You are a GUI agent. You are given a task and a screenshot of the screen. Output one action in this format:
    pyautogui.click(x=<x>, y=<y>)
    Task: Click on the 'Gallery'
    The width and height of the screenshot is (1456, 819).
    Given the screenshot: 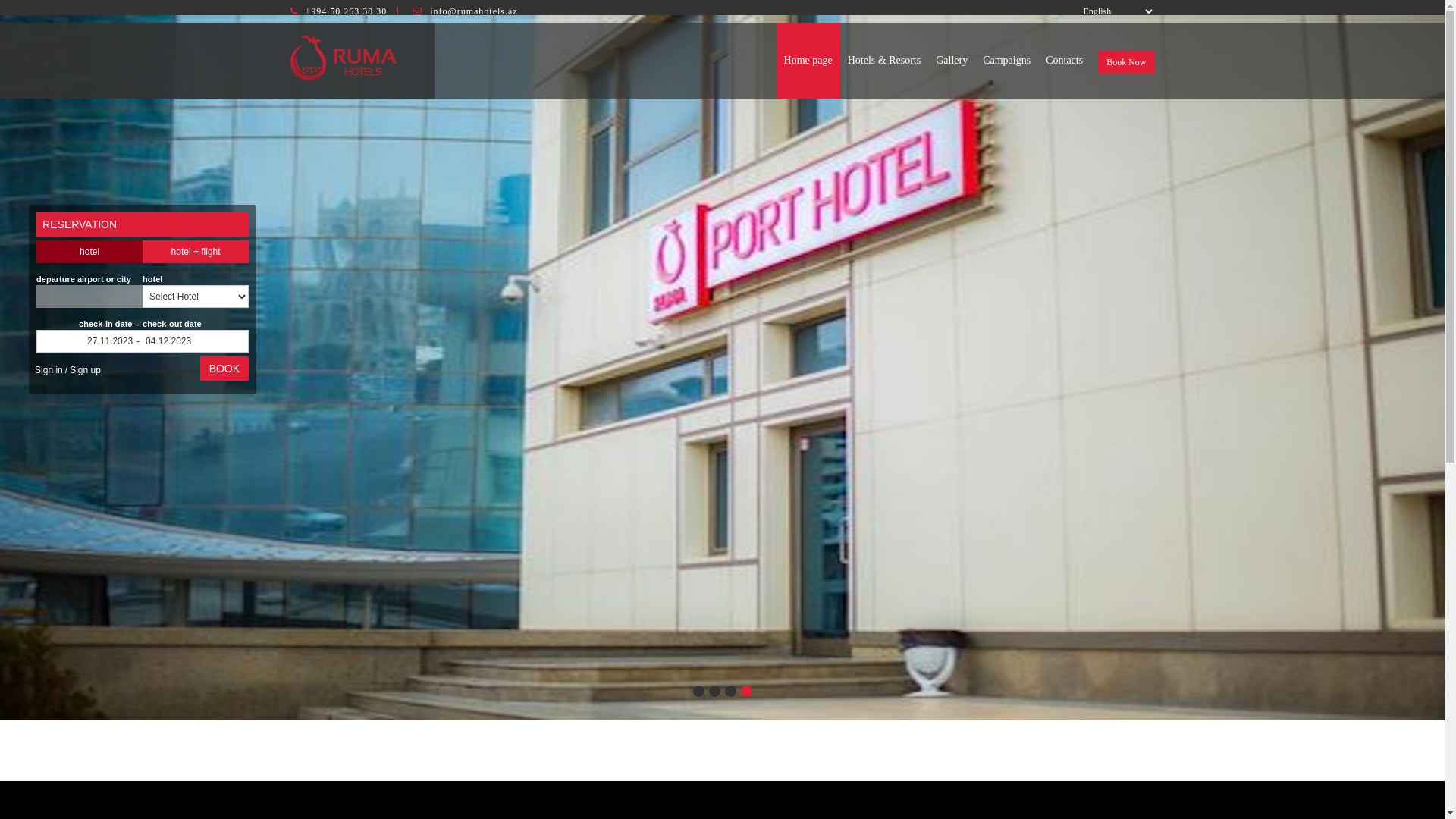 What is the action you would take?
    pyautogui.click(x=950, y=60)
    